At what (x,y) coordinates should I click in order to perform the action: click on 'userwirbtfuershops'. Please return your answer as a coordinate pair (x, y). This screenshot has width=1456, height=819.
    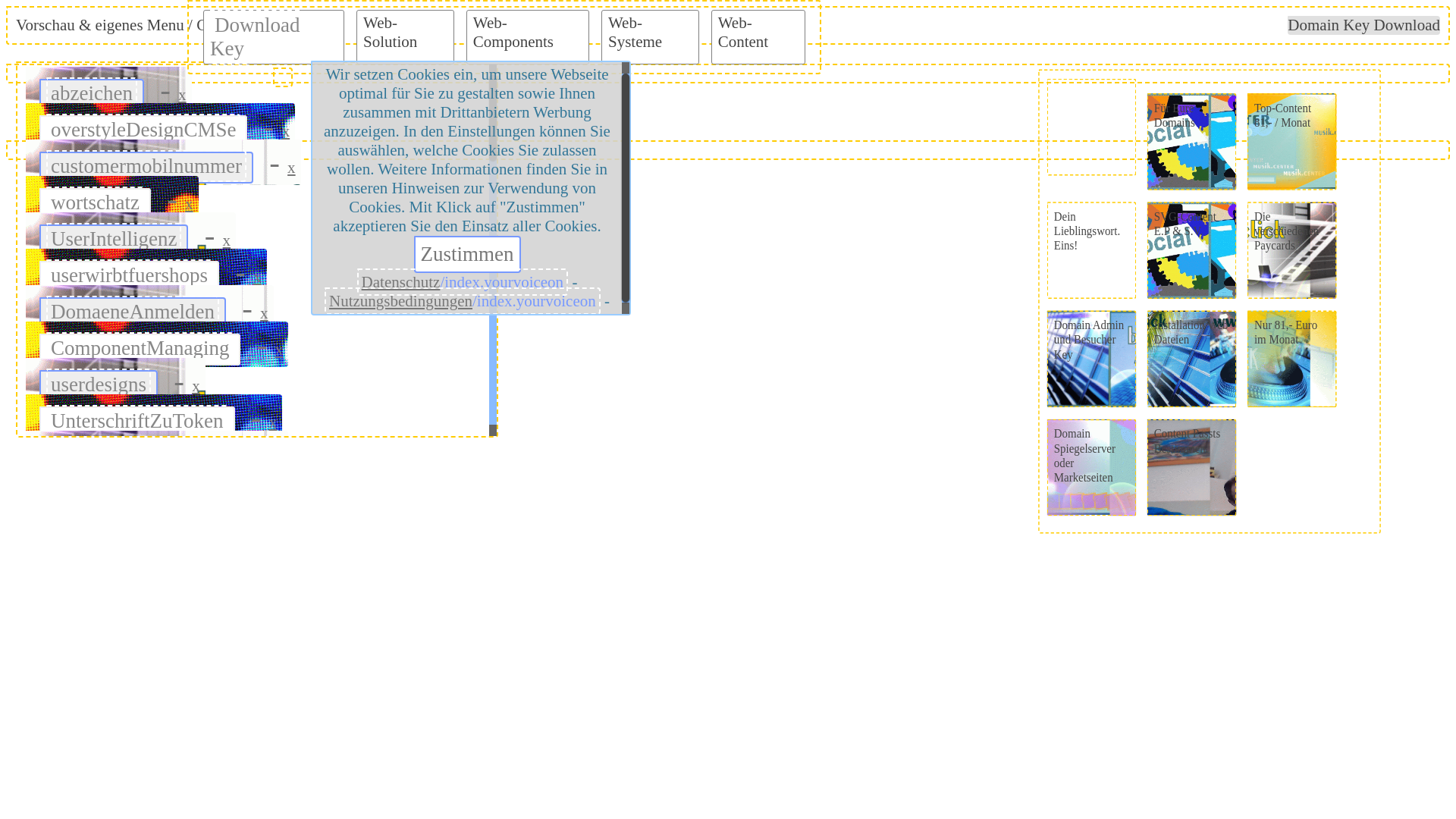
    Looking at the image, I should click on (129, 275).